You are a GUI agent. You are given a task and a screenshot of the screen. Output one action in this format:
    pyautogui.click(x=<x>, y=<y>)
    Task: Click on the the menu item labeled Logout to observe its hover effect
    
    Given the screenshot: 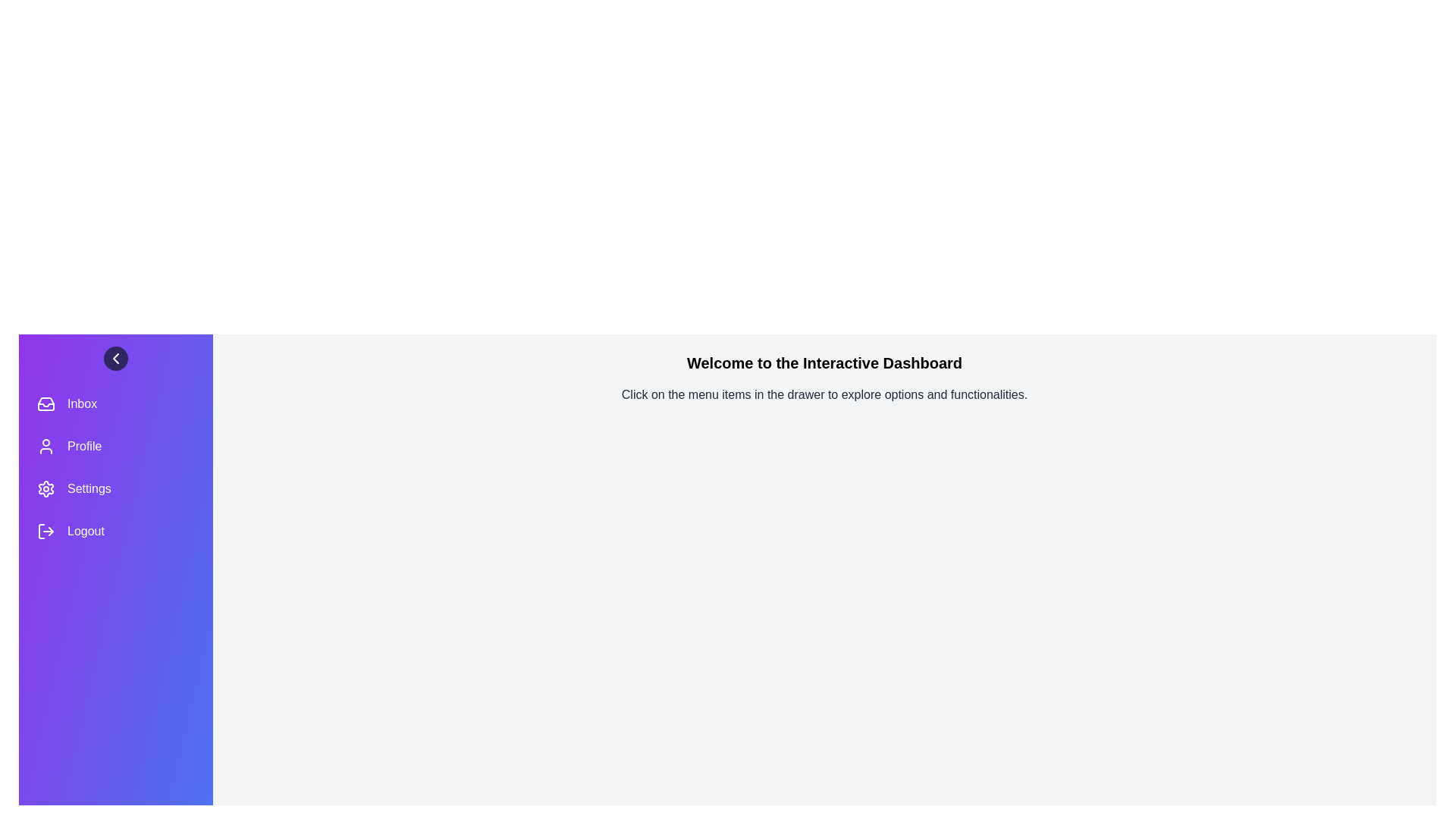 What is the action you would take?
    pyautogui.click(x=115, y=531)
    